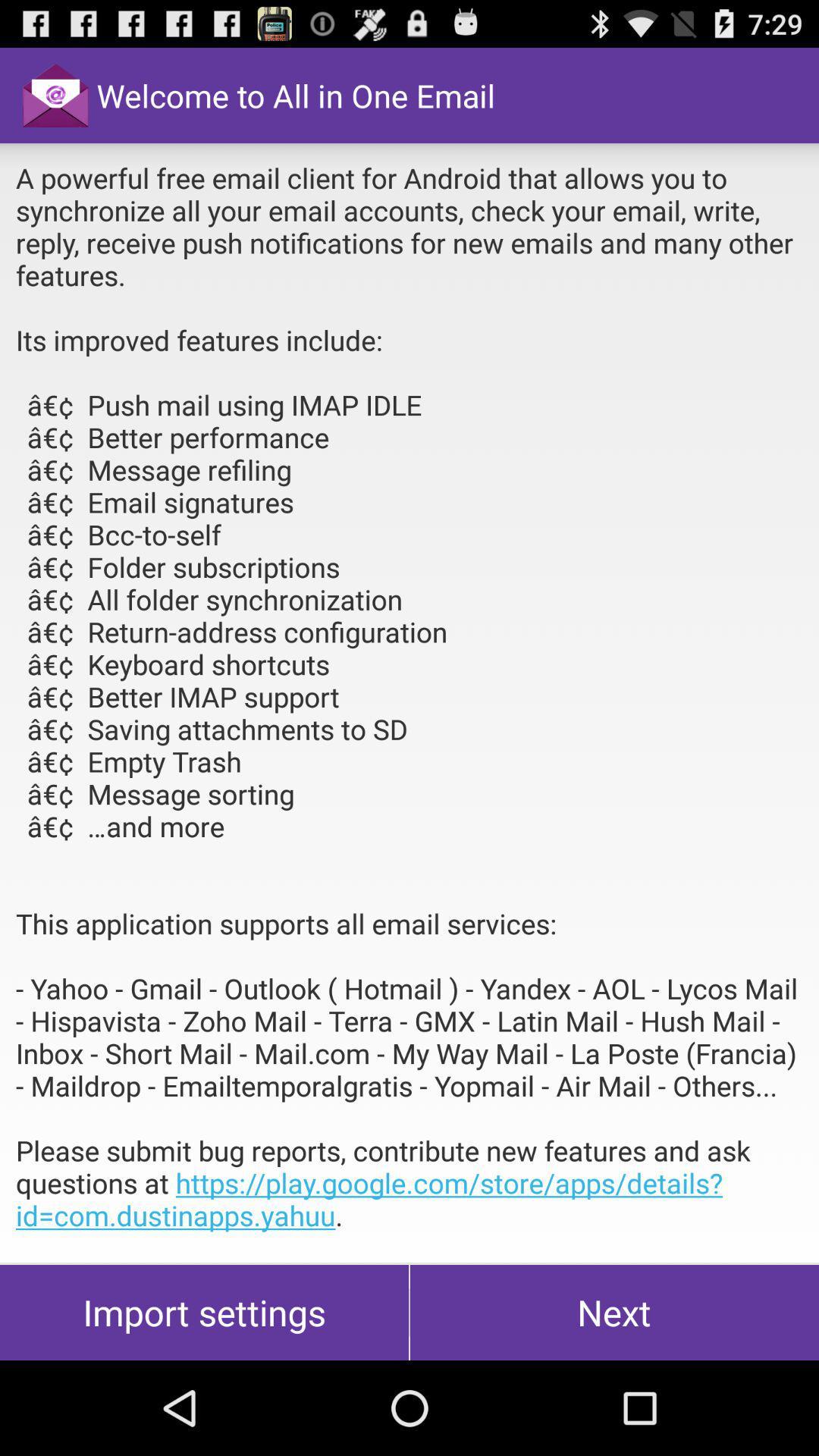 The height and width of the screenshot is (1456, 819). I want to click on the import settings at the bottom left corner, so click(203, 1312).